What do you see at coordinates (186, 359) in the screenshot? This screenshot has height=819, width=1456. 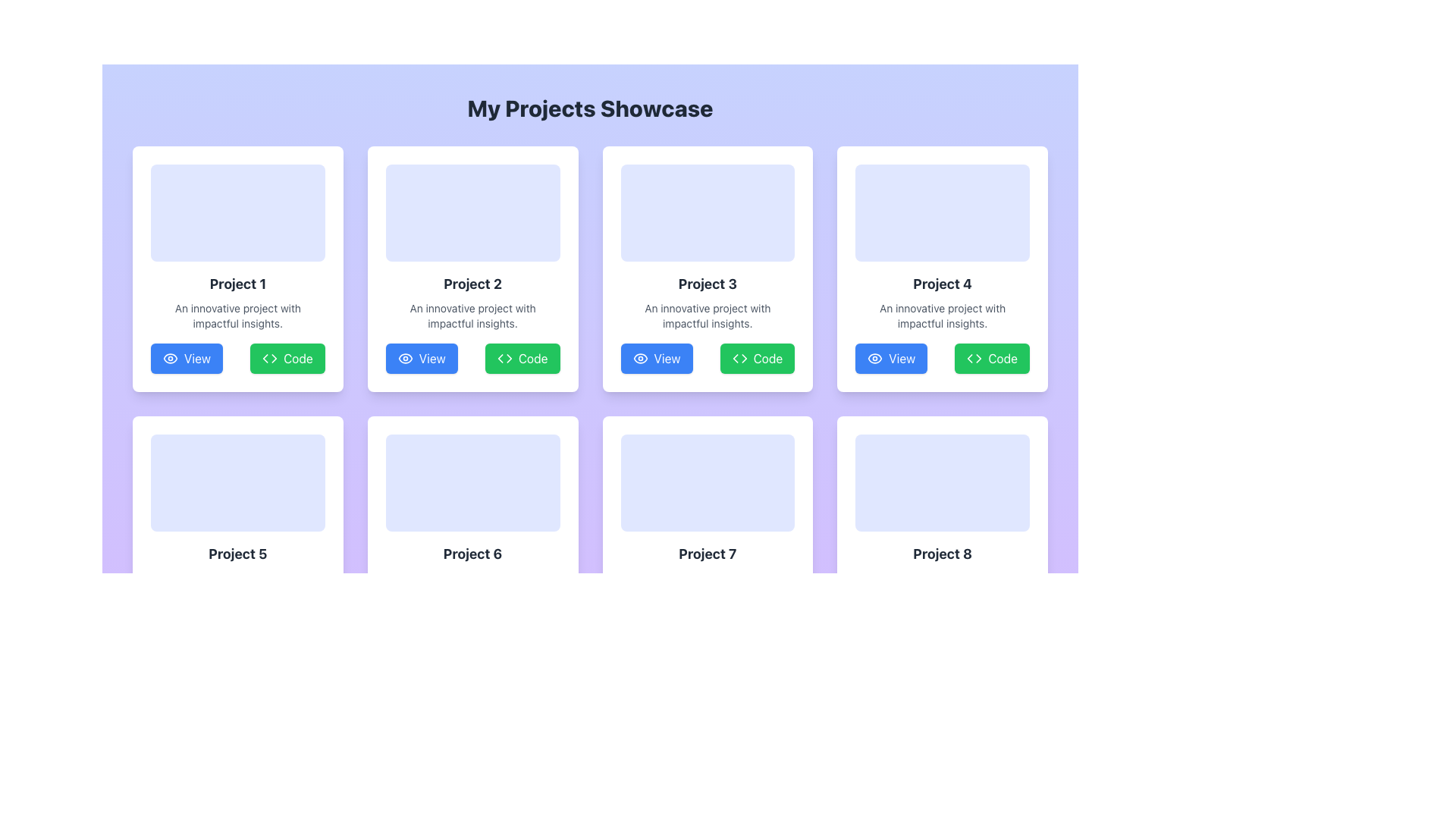 I see `the button located in the lower left corner of the 'Project 1' card` at bounding box center [186, 359].